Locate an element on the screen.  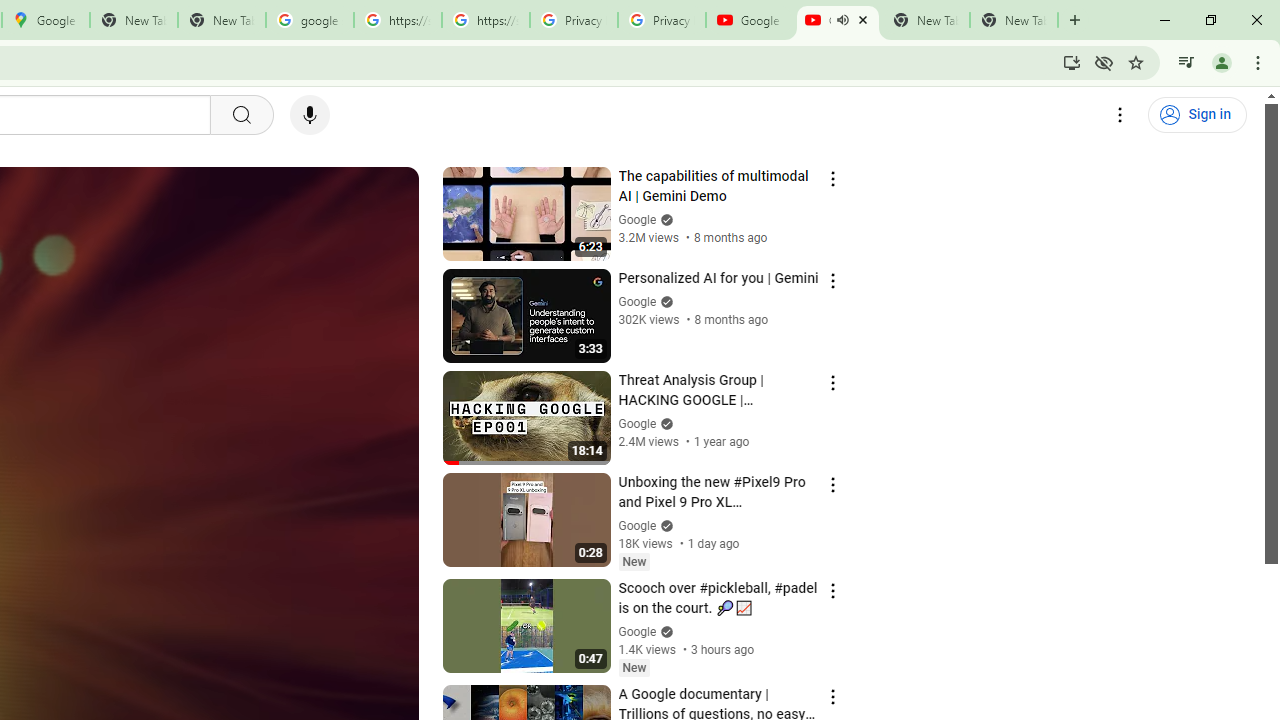
'Search with your voice' is located at coordinates (308, 115).